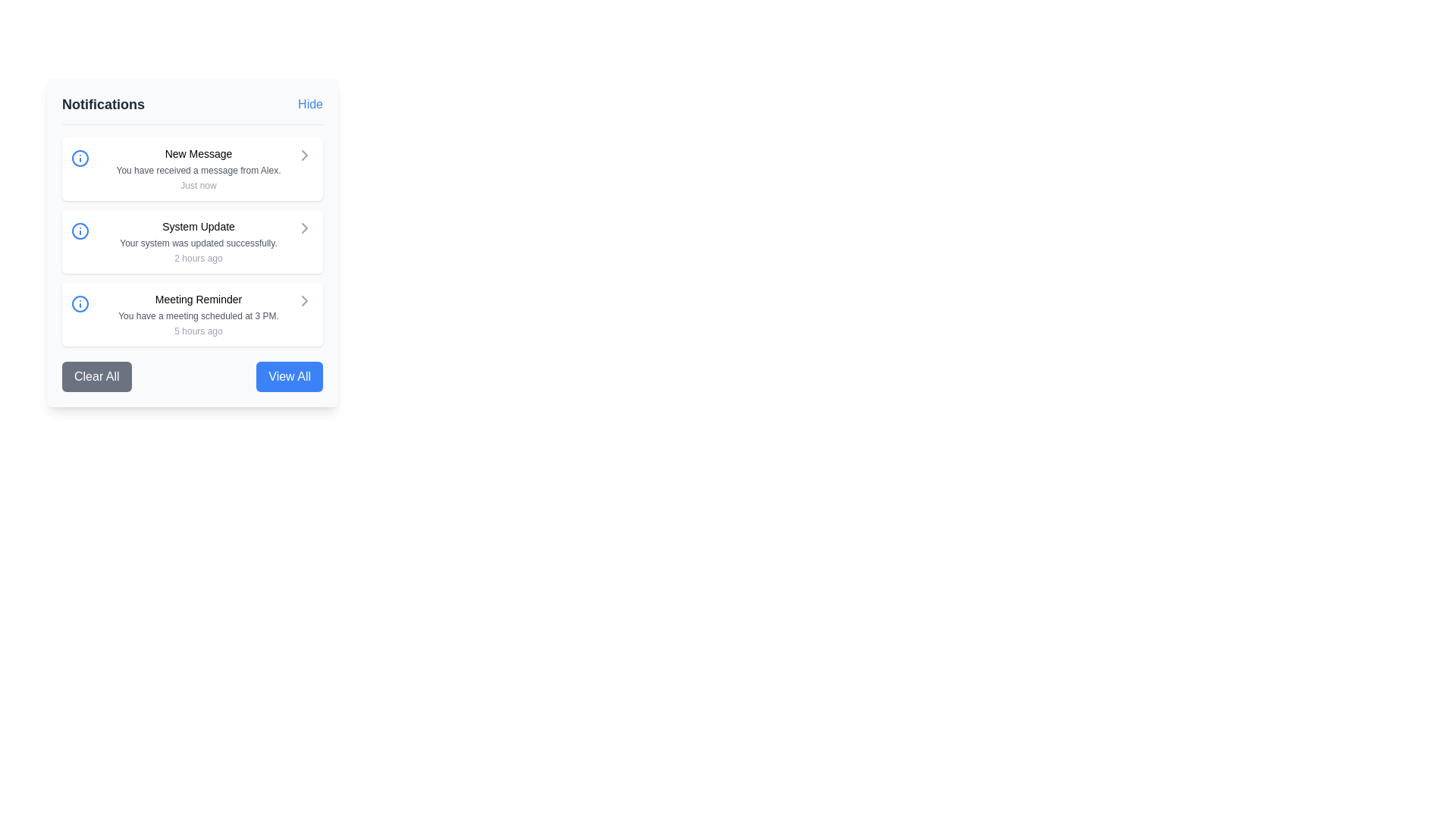 The height and width of the screenshot is (819, 1456). I want to click on the navigational button next to the 'Meeting Reminder' notification to potentially display a tooltip, so click(304, 301).